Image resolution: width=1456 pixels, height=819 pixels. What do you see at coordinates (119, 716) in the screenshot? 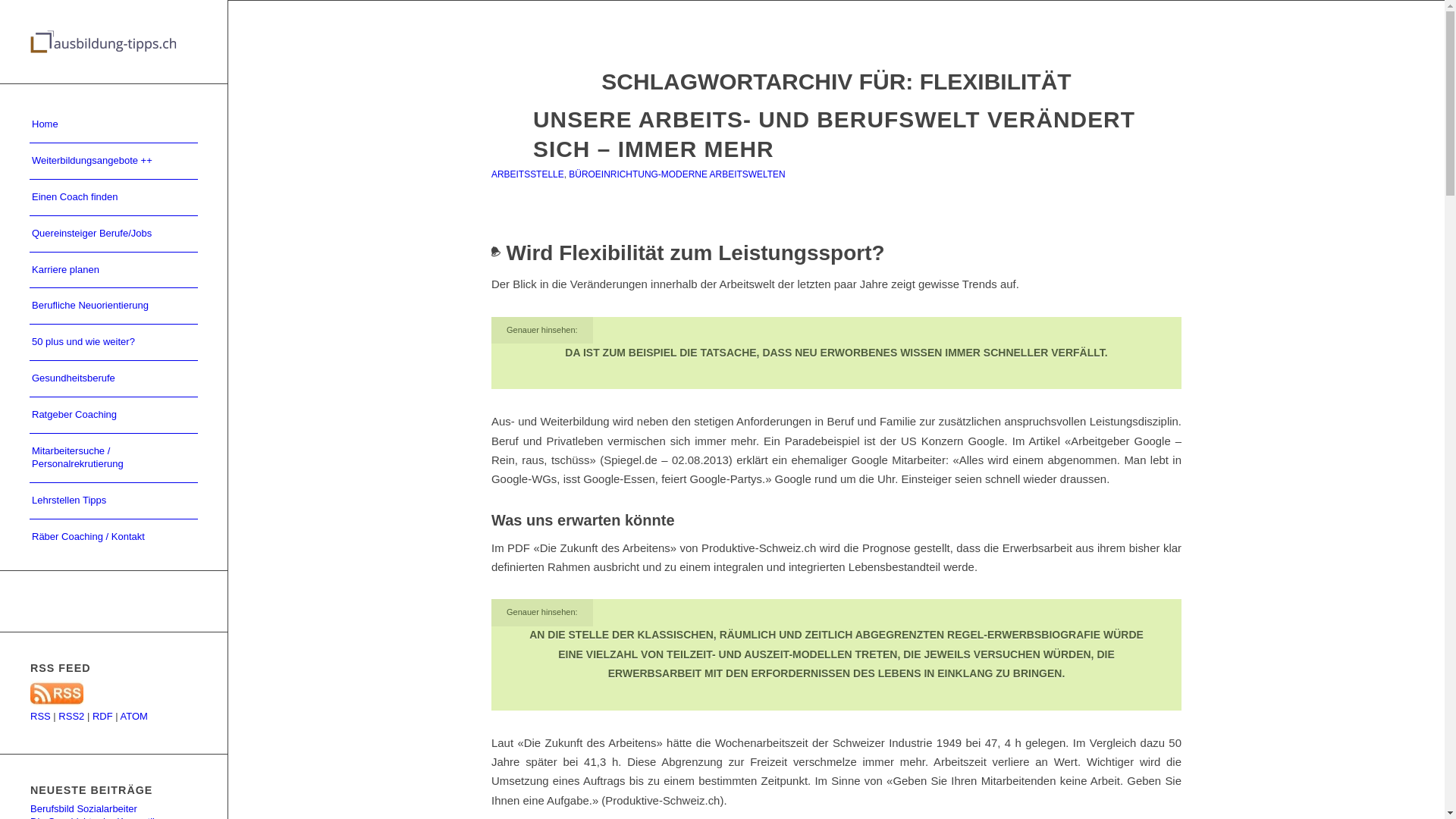
I see `'ATOM'` at bounding box center [119, 716].